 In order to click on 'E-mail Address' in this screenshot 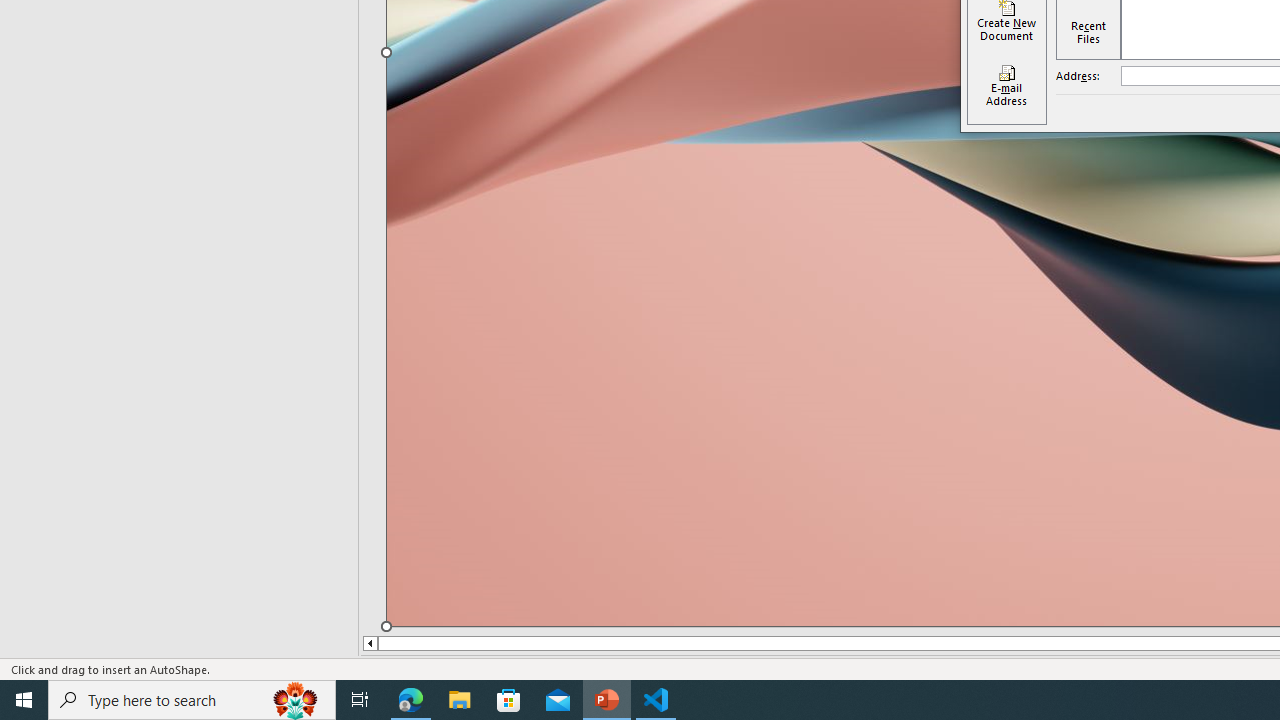, I will do `click(1006, 85)`.